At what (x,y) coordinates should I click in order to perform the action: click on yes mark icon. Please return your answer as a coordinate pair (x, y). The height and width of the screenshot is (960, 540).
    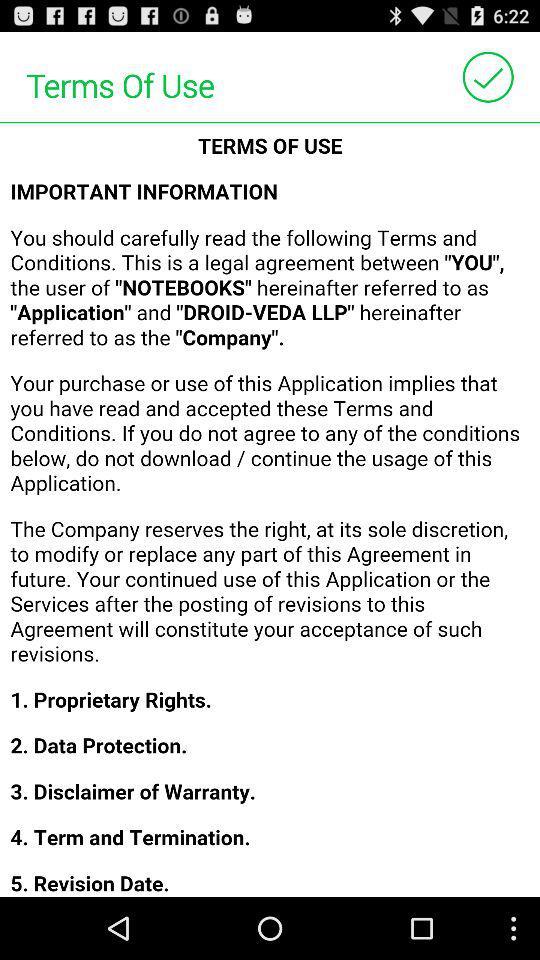
    Looking at the image, I should click on (487, 77).